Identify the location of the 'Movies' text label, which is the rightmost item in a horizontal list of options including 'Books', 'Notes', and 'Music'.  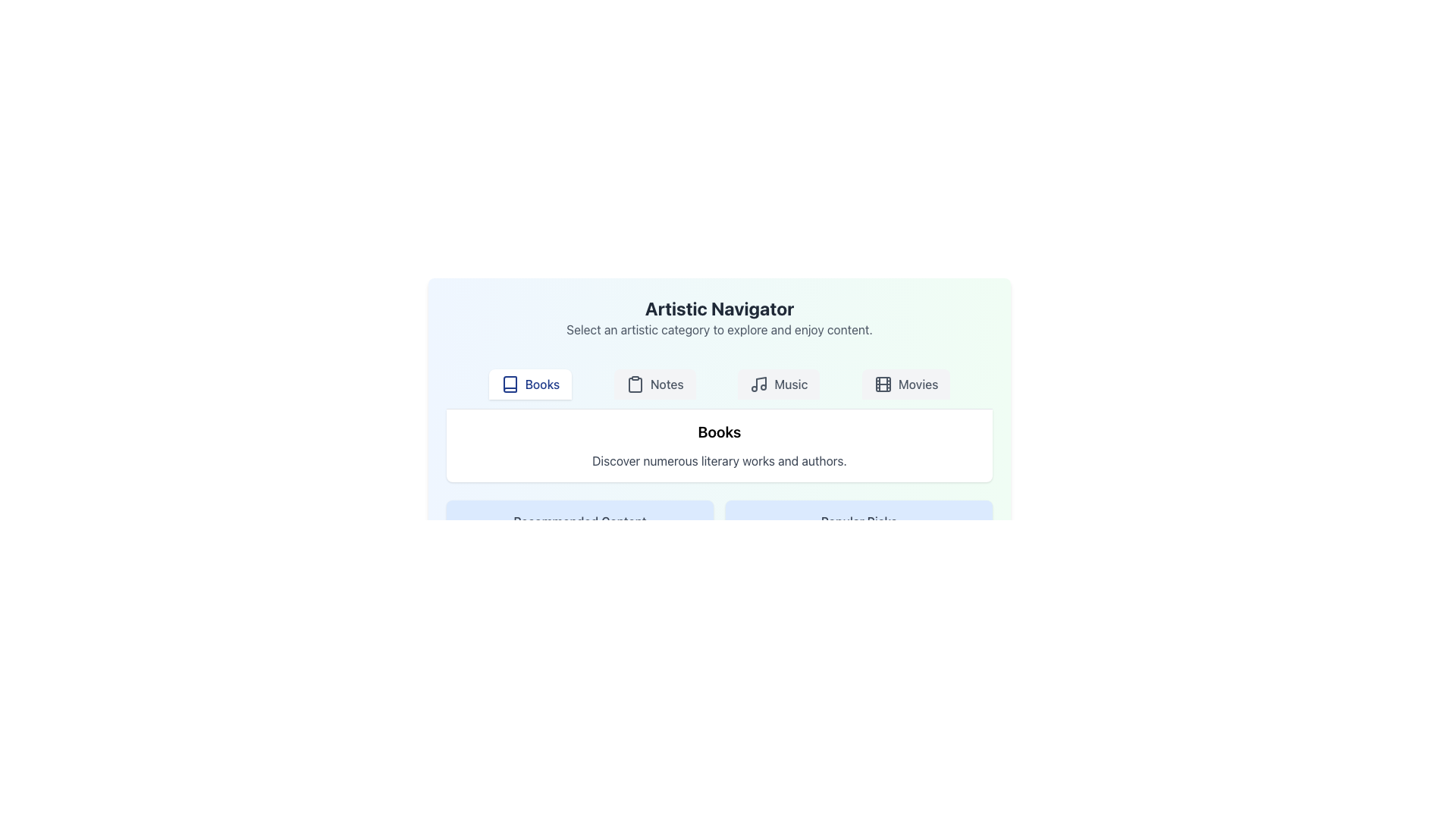
(918, 383).